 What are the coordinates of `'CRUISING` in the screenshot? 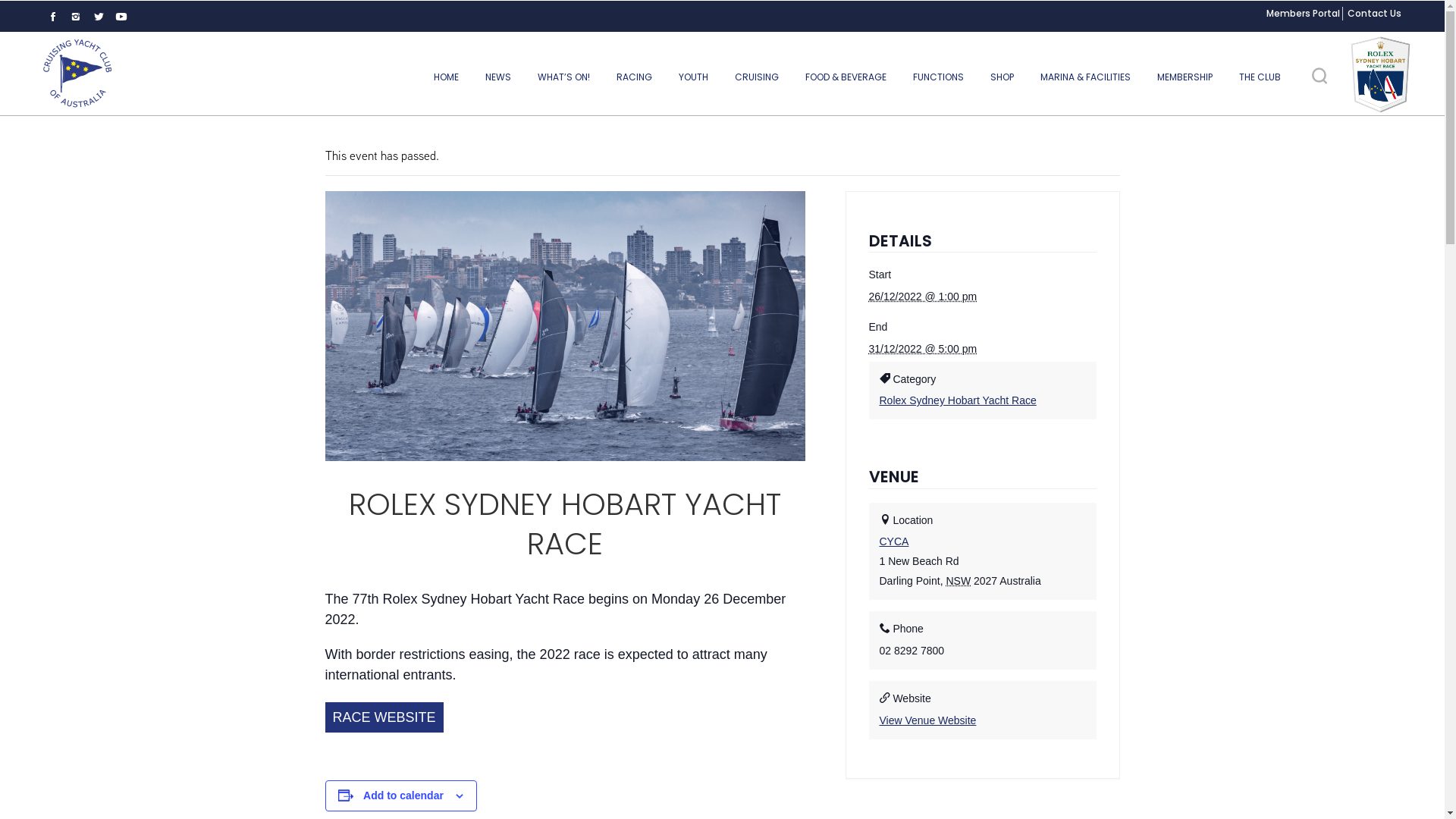 It's located at (76, 73).